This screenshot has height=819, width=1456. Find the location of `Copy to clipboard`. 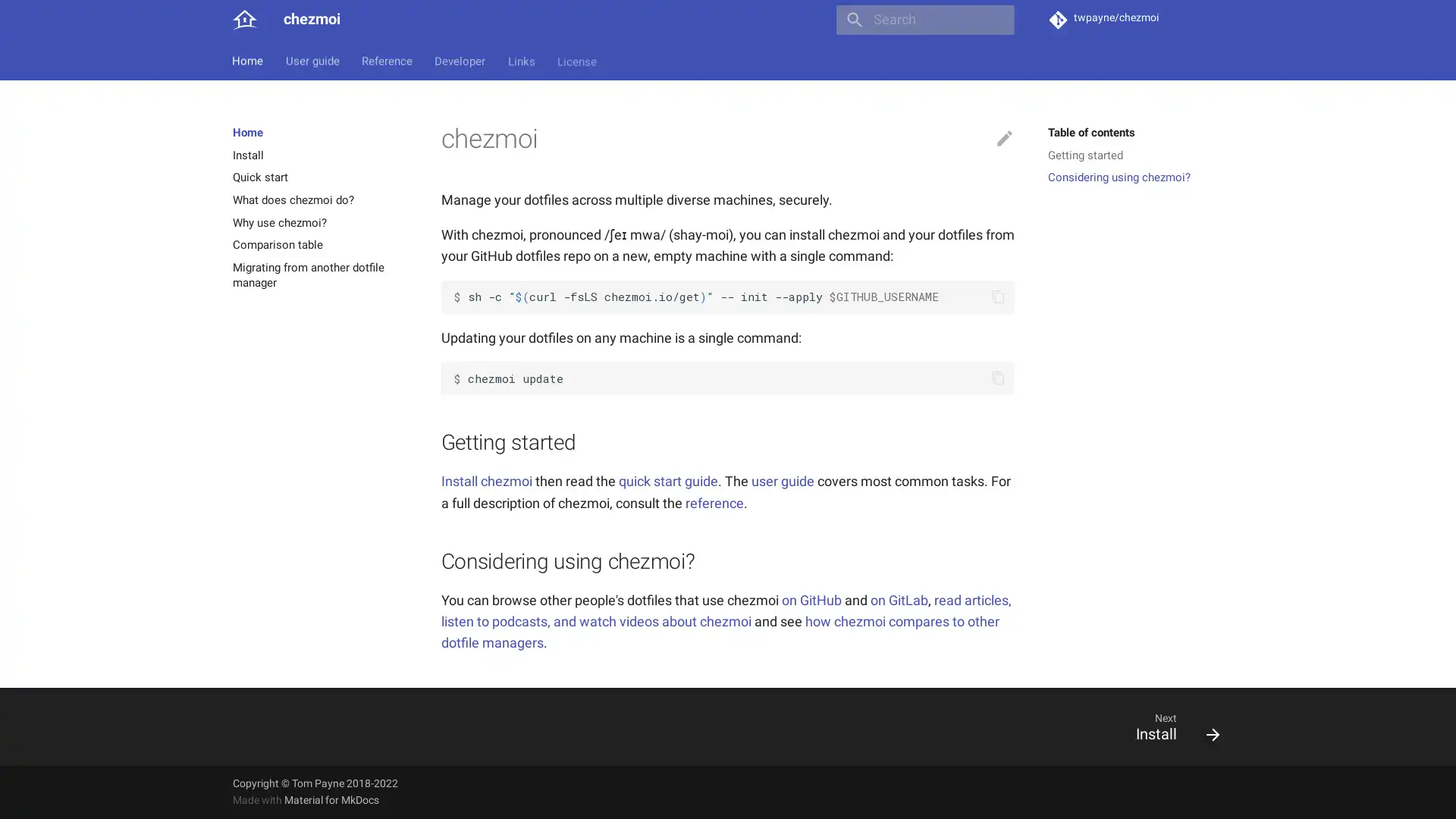

Copy to clipboard is located at coordinates (997, 377).